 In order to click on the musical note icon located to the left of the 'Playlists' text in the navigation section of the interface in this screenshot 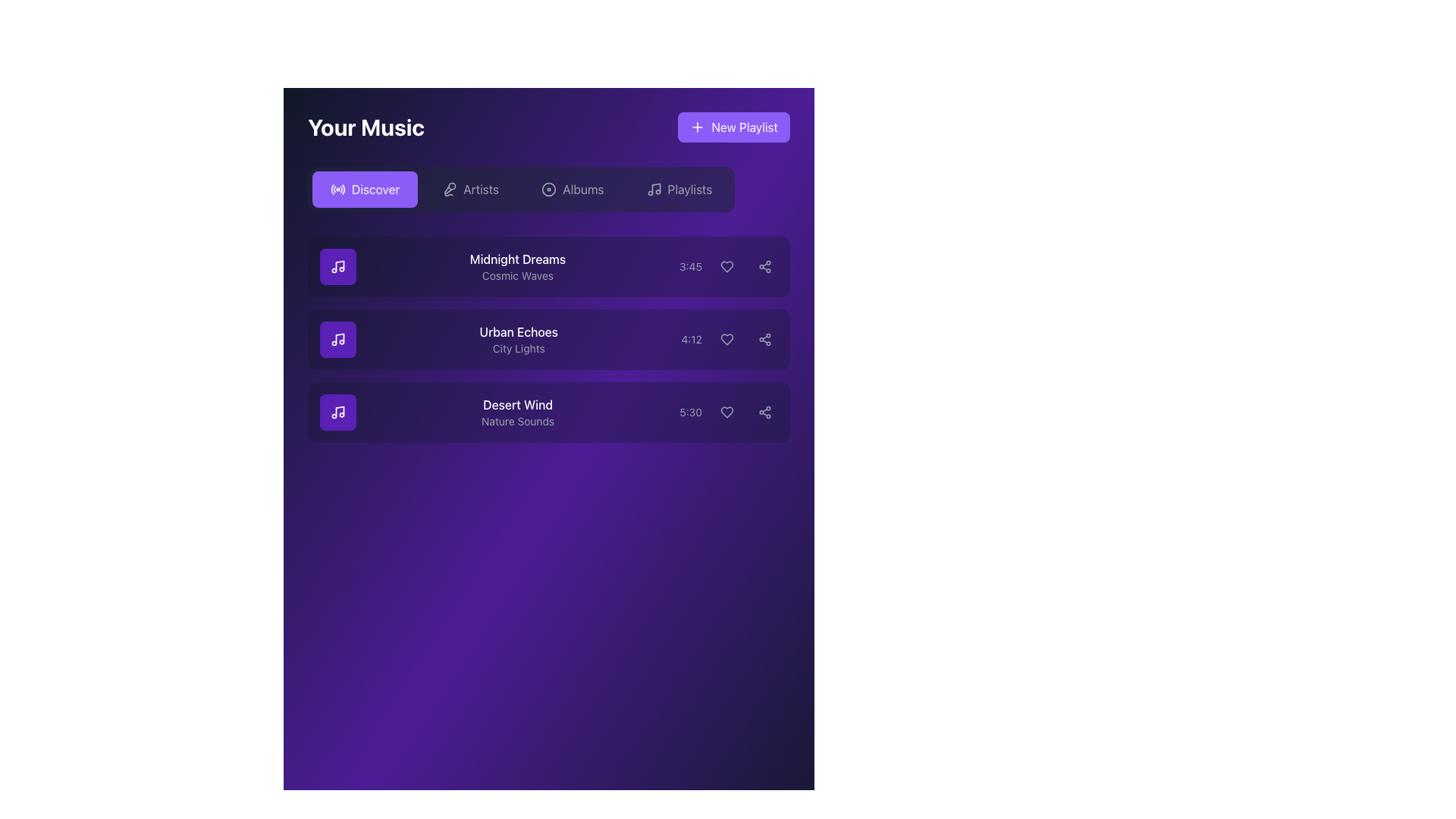, I will do `click(654, 189)`.